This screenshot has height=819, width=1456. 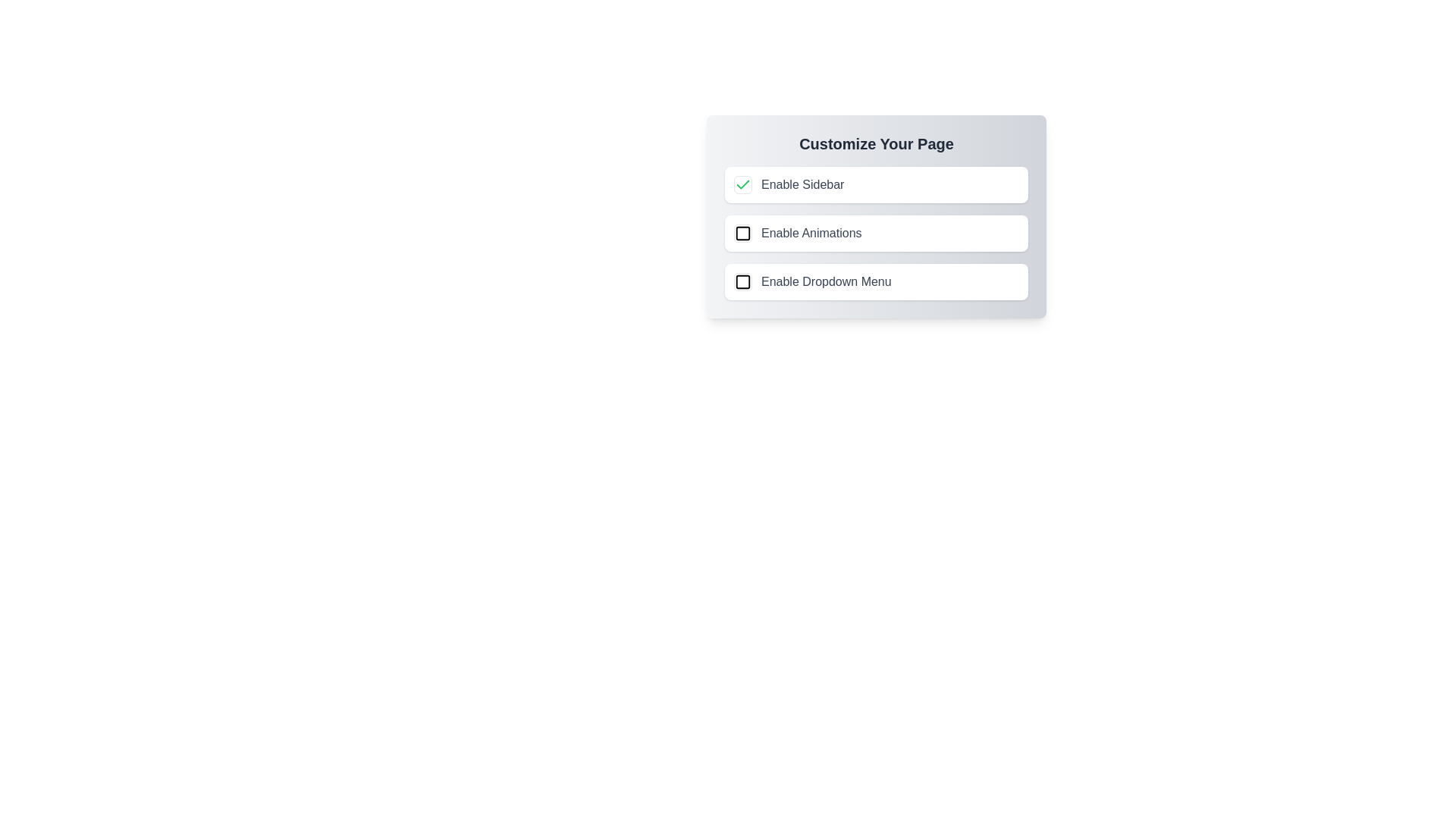 What do you see at coordinates (877, 234) in the screenshot?
I see `the checkbox of the Toggle item that enables animations` at bounding box center [877, 234].